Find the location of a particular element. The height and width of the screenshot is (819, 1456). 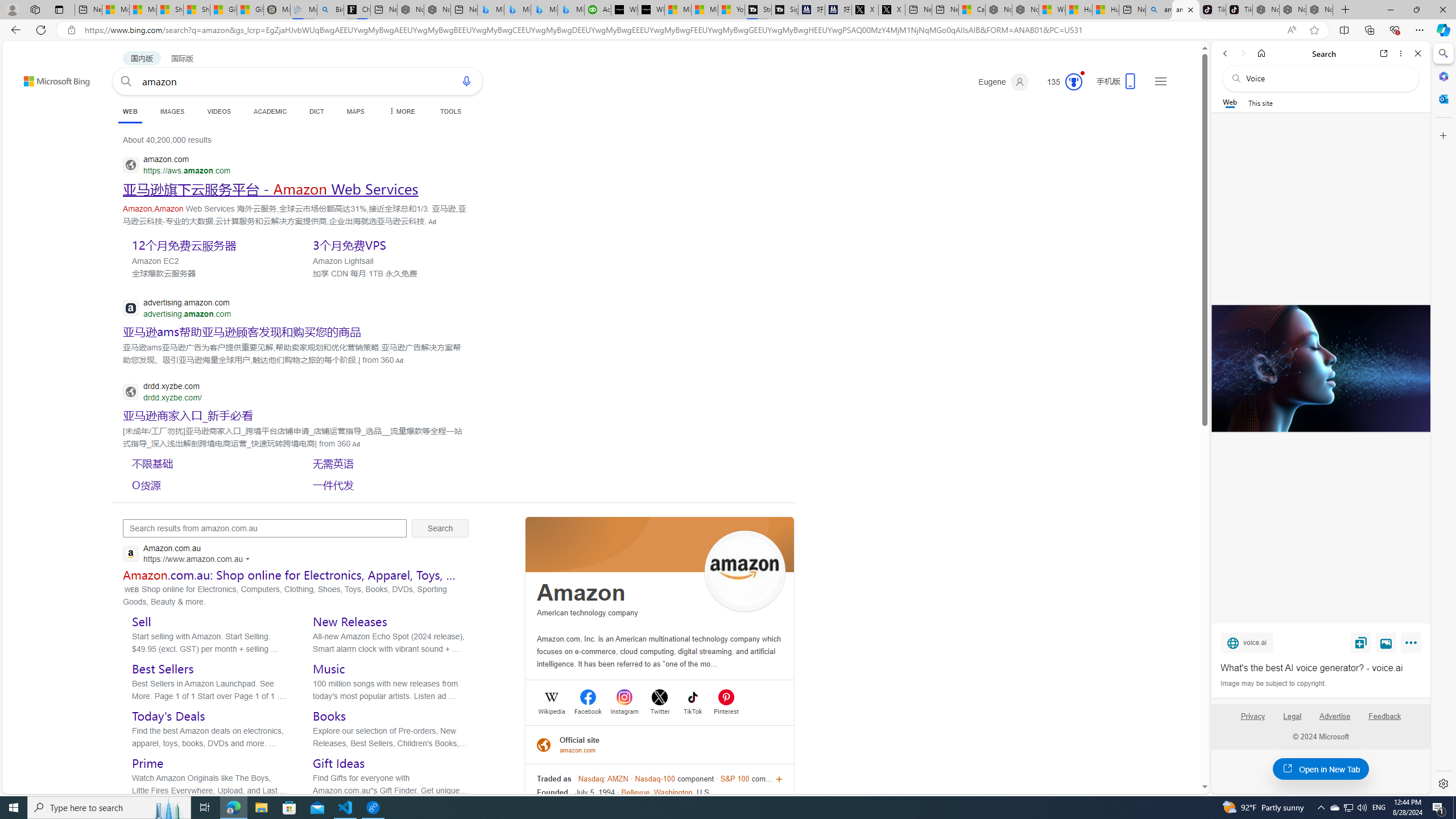

'Privacy' is located at coordinates (1252, 716).